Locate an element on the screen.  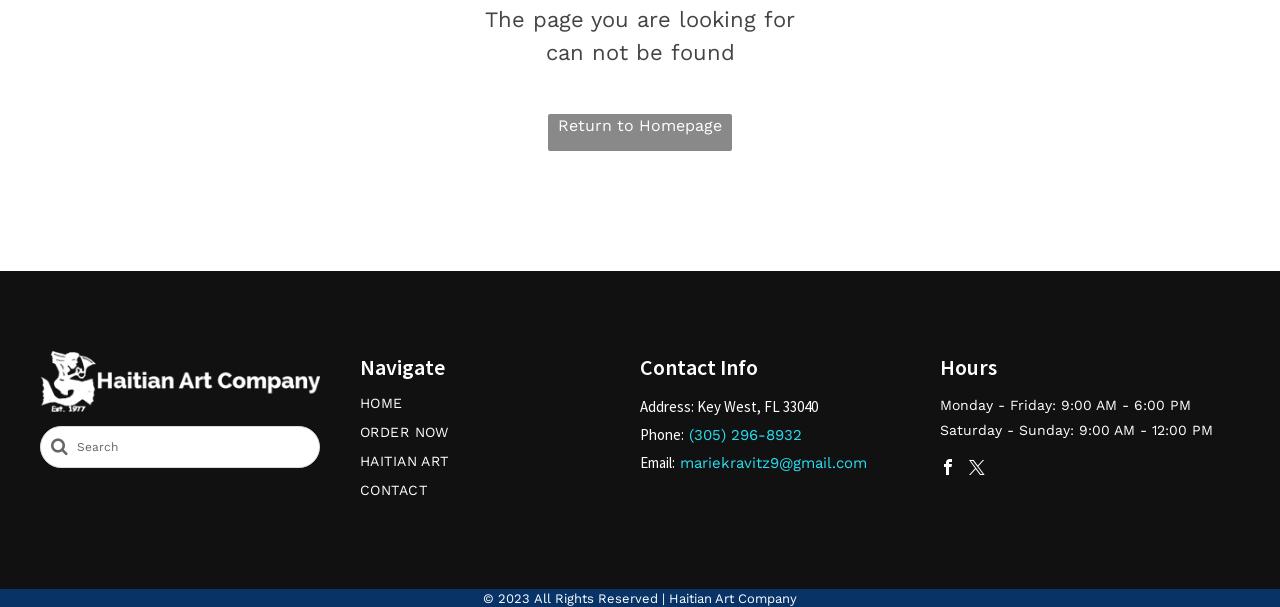
'The page you are looking for' is located at coordinates (484, 18).